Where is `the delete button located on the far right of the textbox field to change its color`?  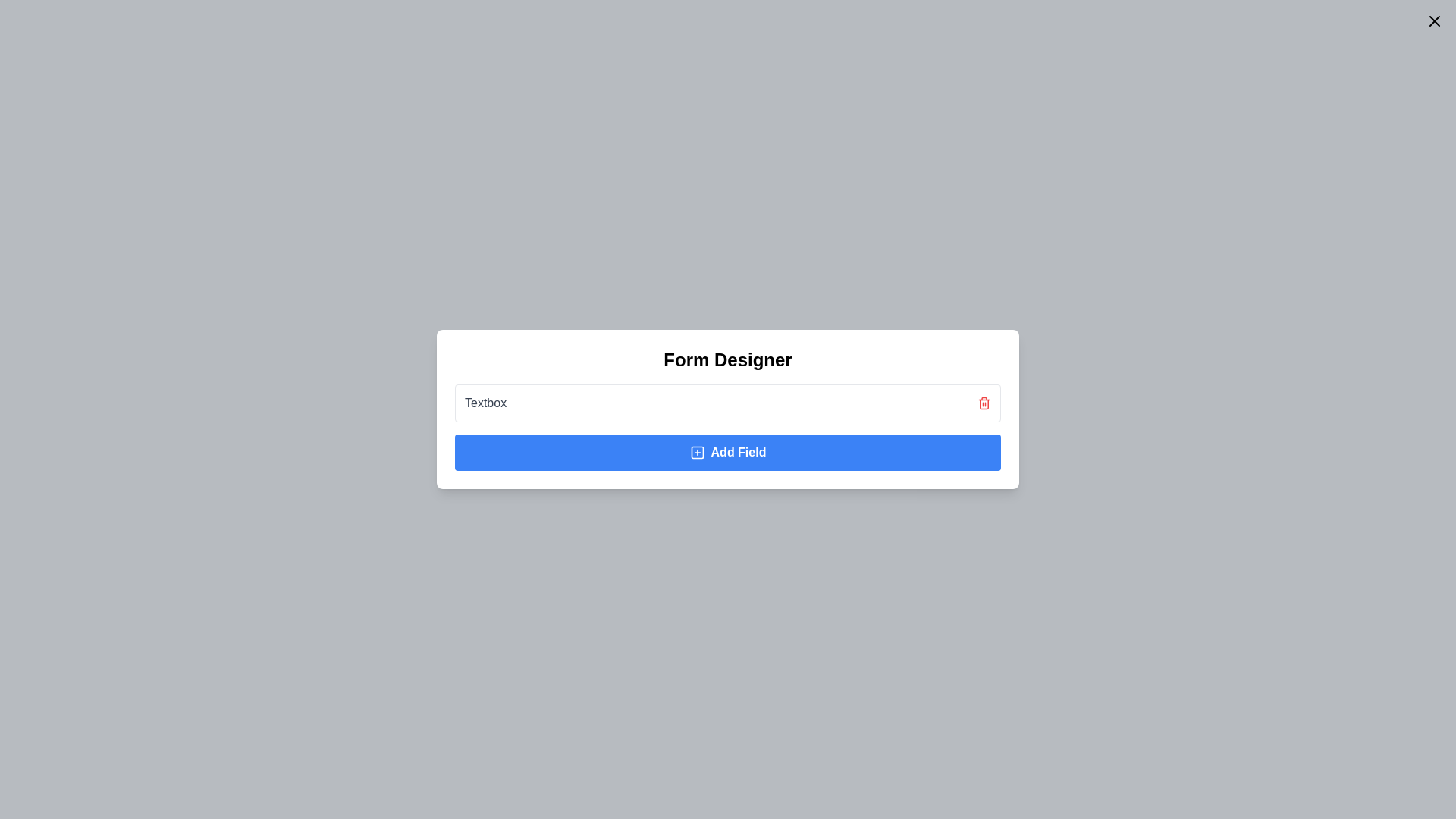 the delete button located on the far right of the textbox field to change its color is located at coordinates (984, 403).